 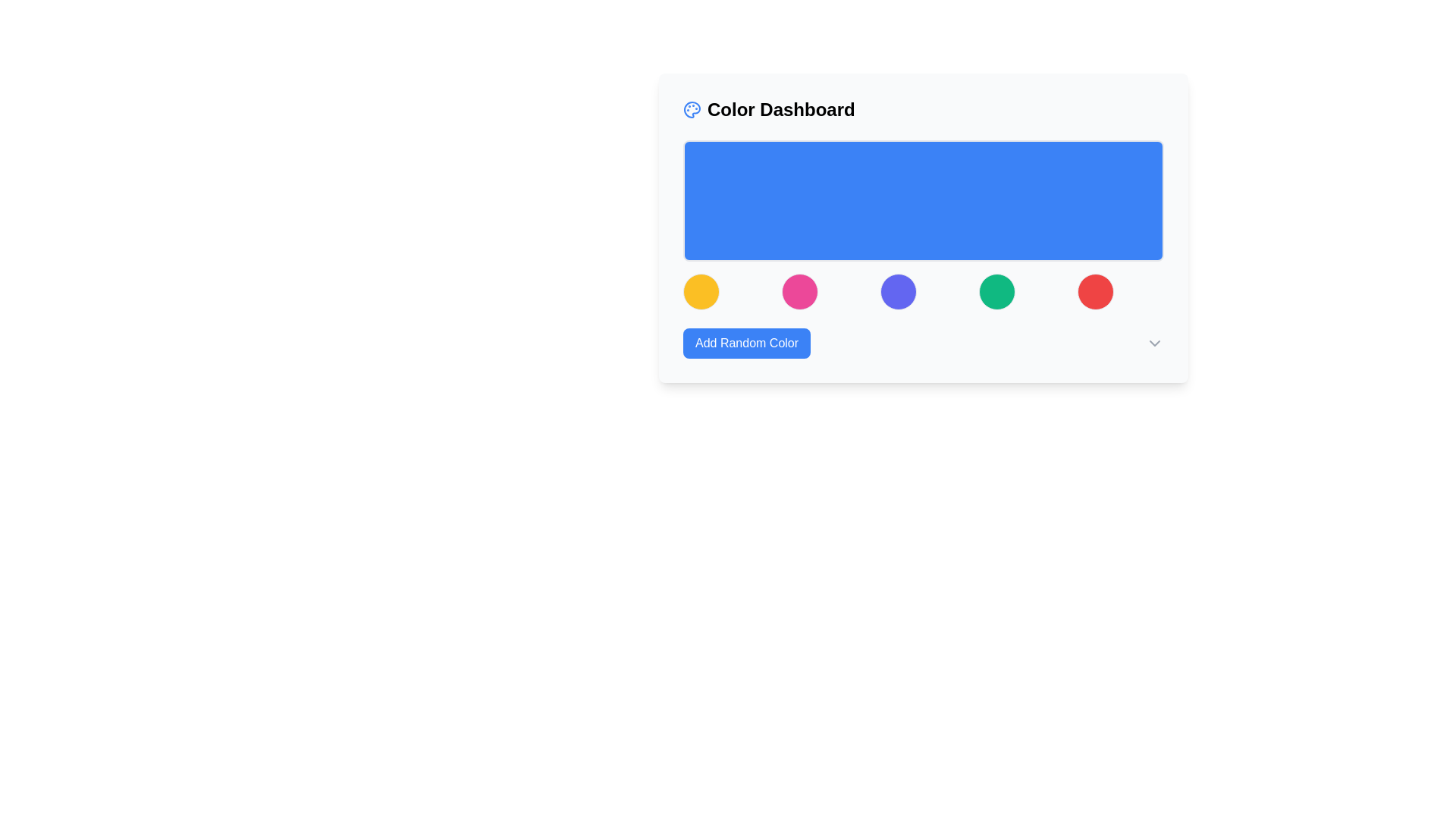 What do you see at coordinates (691, 109) in the screenshot?
I see `the blue palette icon in the header area of the 'Color Dashboard'` at bounding box center [691, 109].